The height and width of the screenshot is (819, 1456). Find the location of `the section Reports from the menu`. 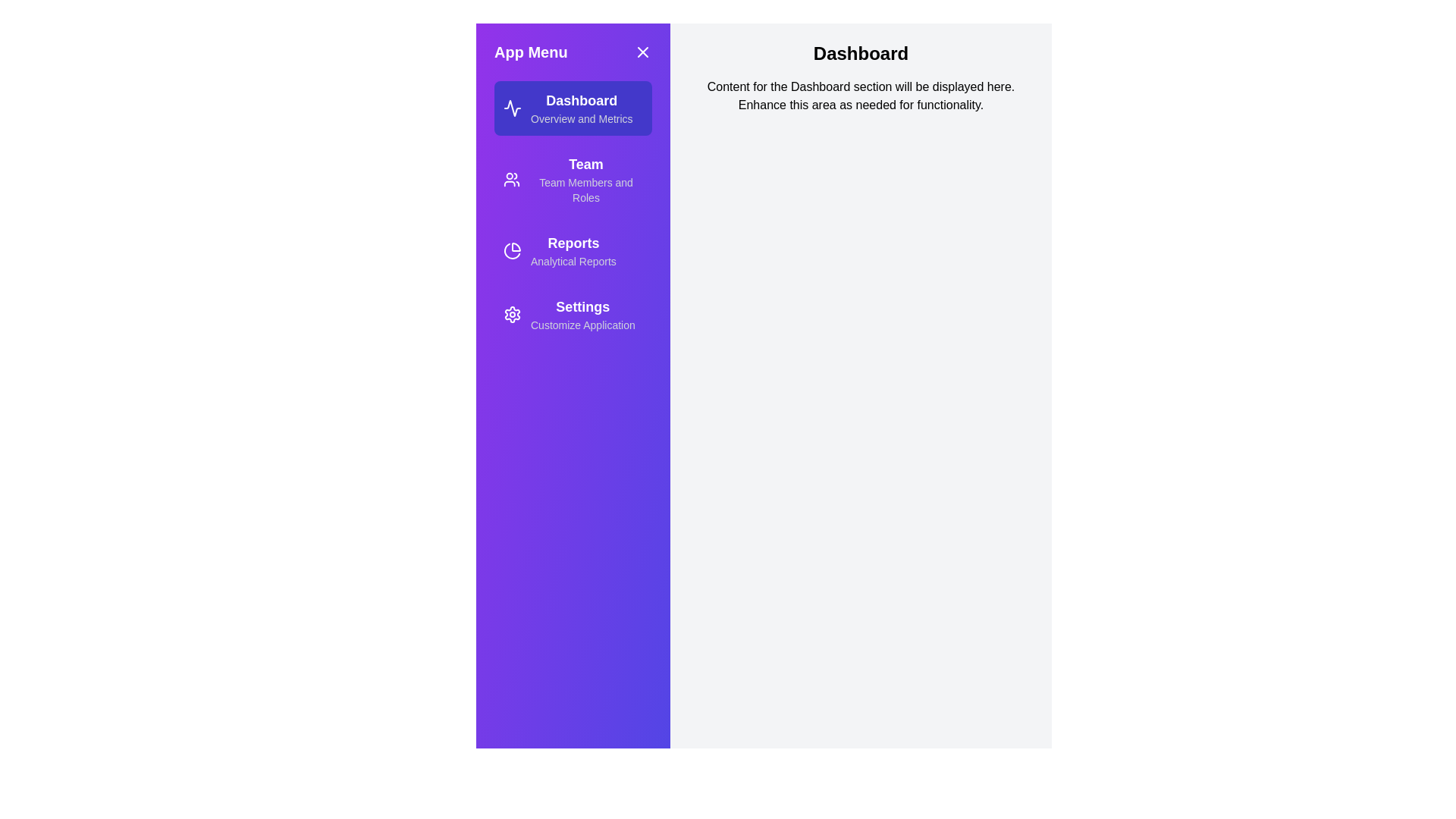

the section Reports from the menu is located at coordinates (572, 250).